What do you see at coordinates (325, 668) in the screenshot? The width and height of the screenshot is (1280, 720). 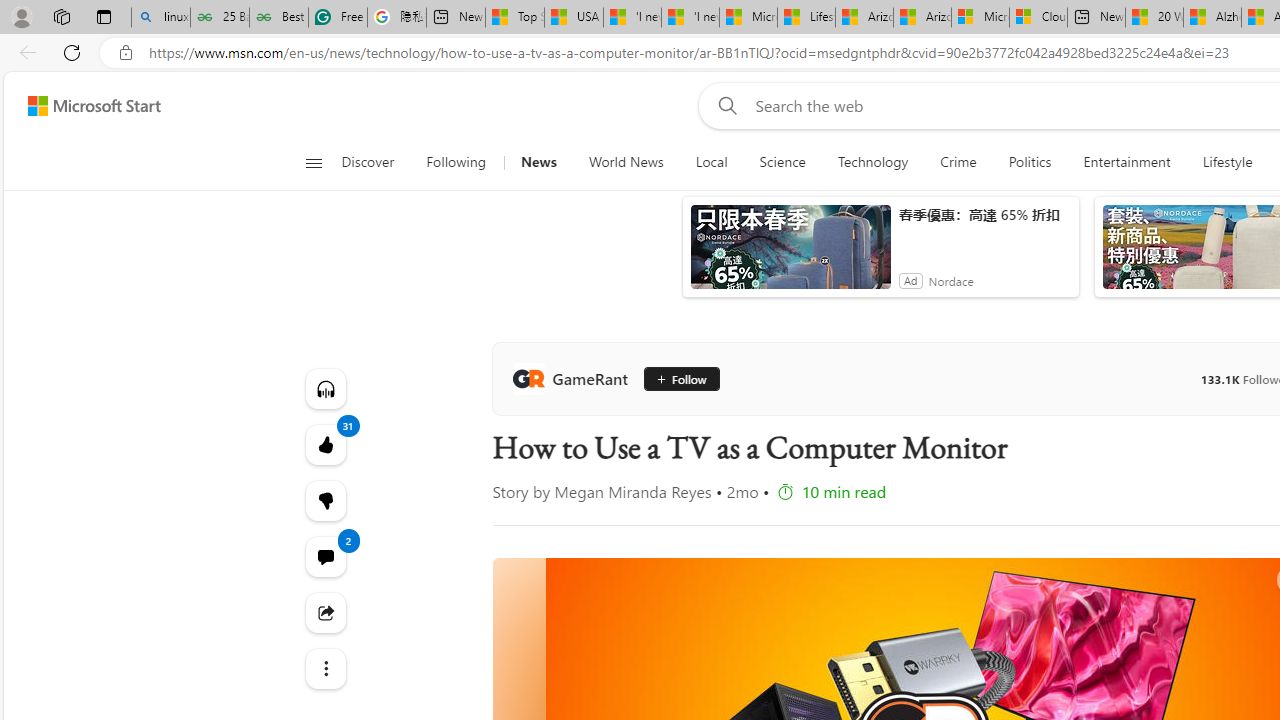 I see `'See more'` at bounding box center [325, 668].